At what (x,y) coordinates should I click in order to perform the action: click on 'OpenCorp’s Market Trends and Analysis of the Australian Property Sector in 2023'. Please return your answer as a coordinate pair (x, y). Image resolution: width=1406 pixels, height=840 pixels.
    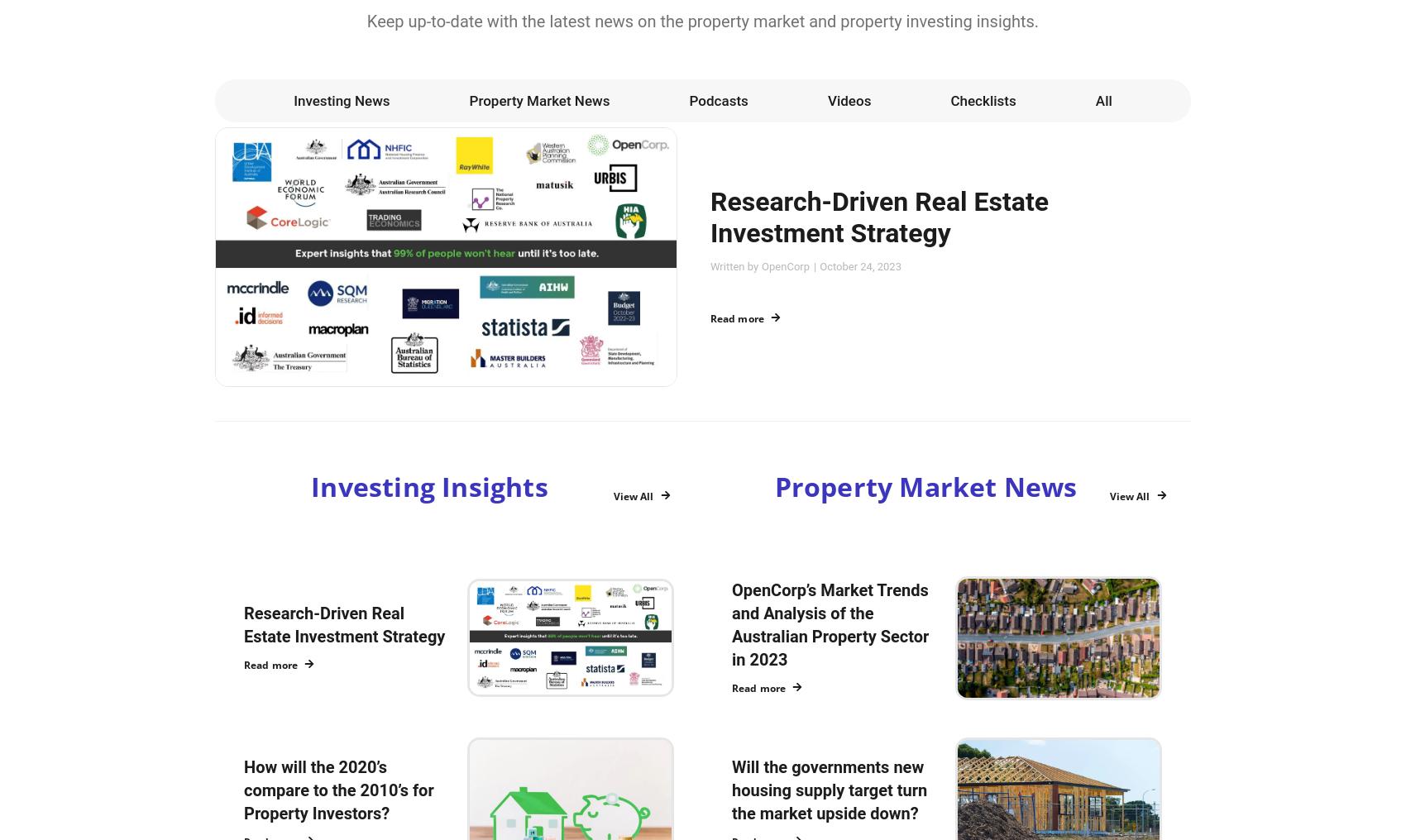
    Looking at the image, I should click on (830, 623).